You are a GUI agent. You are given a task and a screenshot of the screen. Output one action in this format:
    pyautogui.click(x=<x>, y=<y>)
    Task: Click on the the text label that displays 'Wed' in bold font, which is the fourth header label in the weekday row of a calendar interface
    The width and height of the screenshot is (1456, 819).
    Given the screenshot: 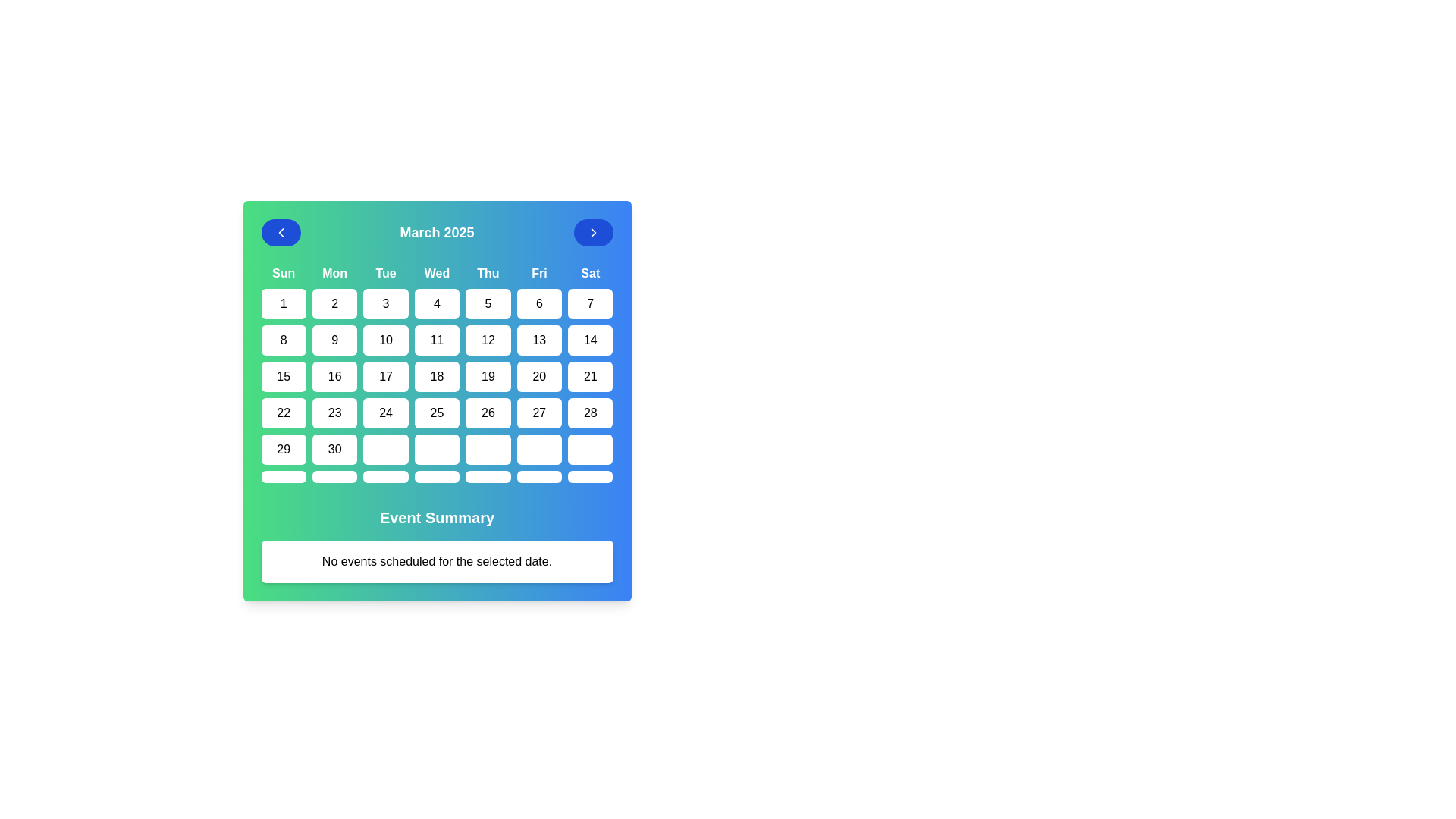 What is the action you would take?
    pyautogui.click(x=436, y=274)
    